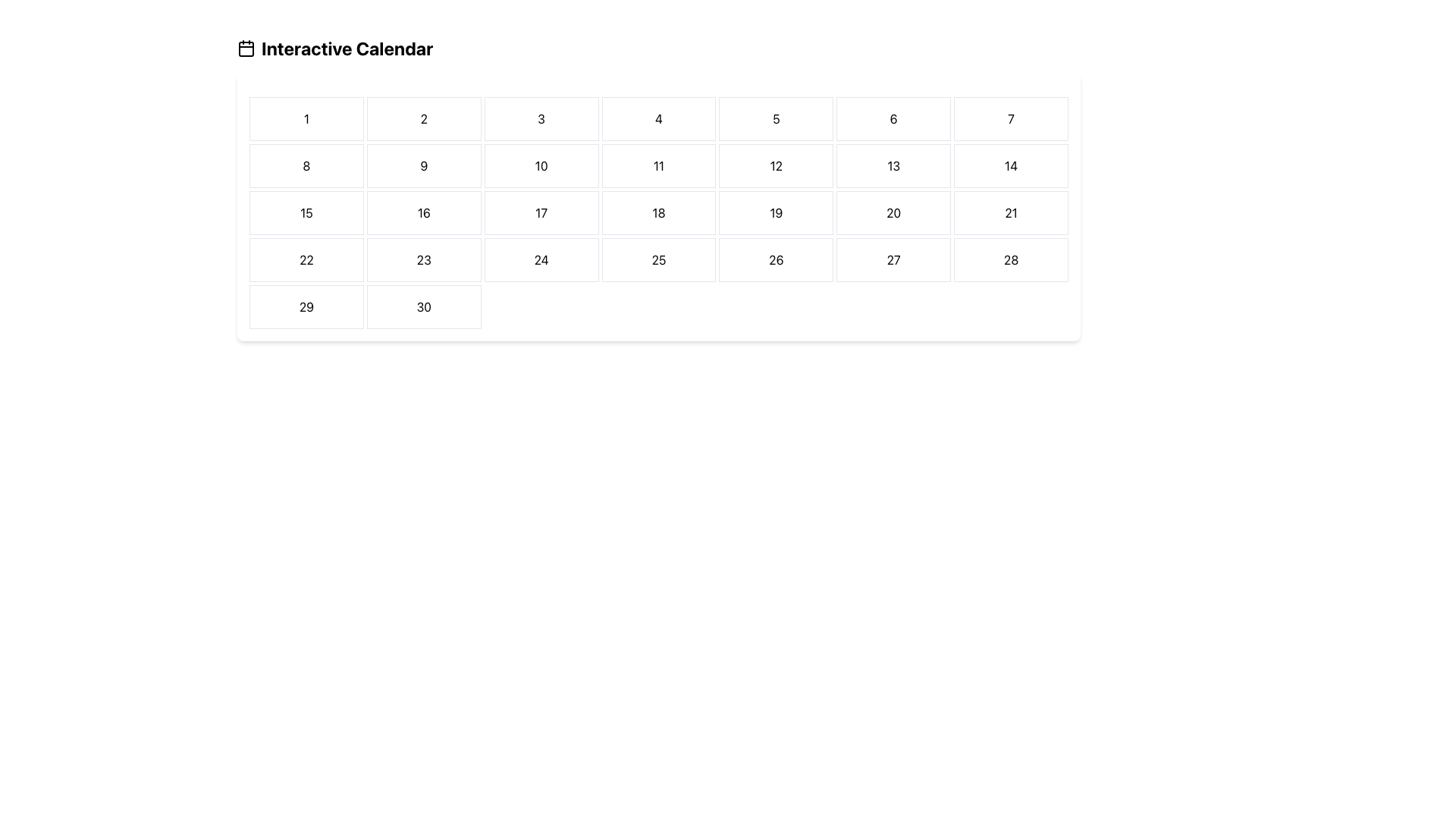 The width and height of the screenshot is (1456, 819). What do you see at coordinates (541, 259) in the screenshot?
I see `the interactive calendar cell representing the 24th day in the calendar grid` at bounding box center [541, 259].